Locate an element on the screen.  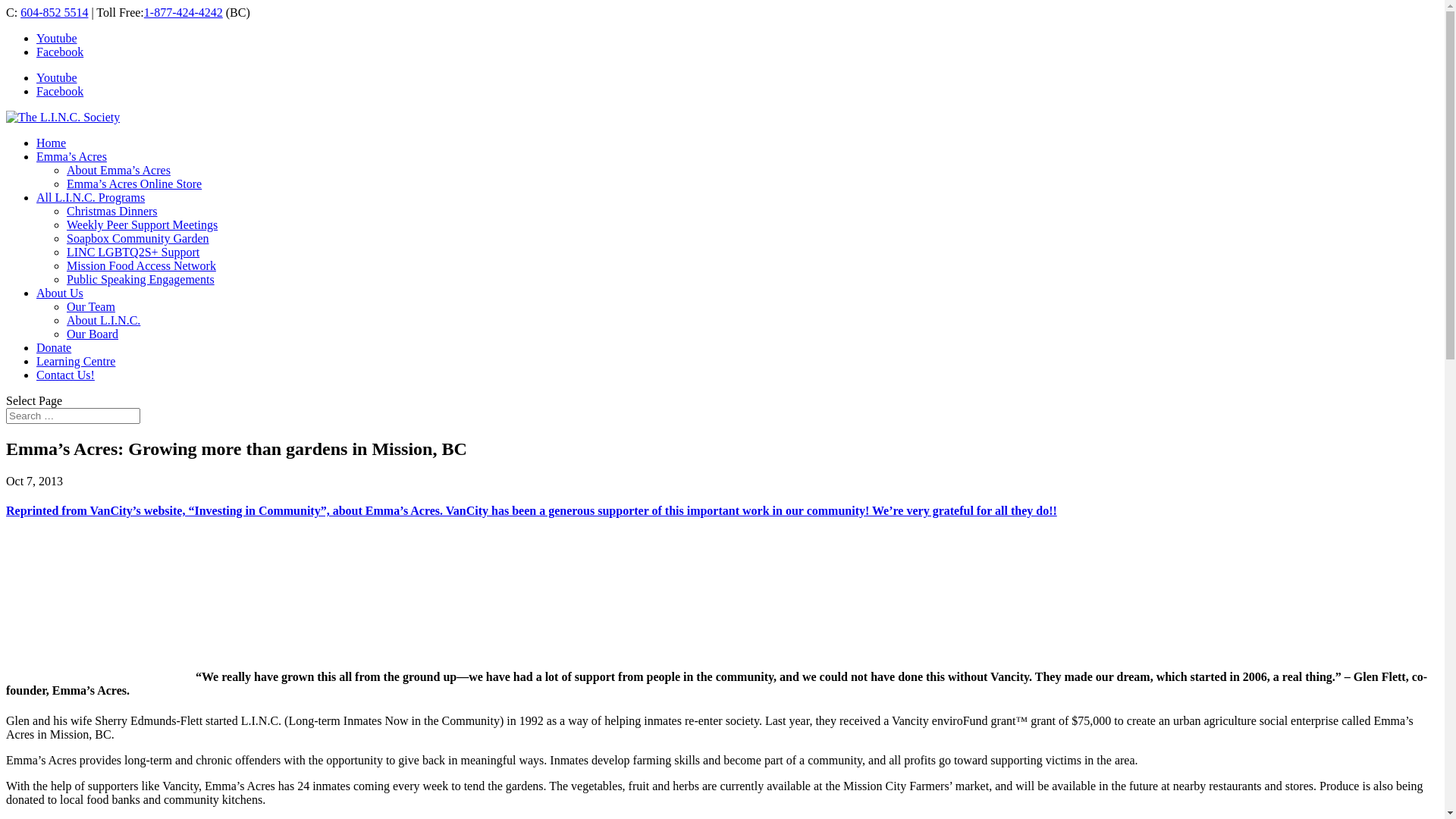
'About Us' is located at coordinates (59, 293).